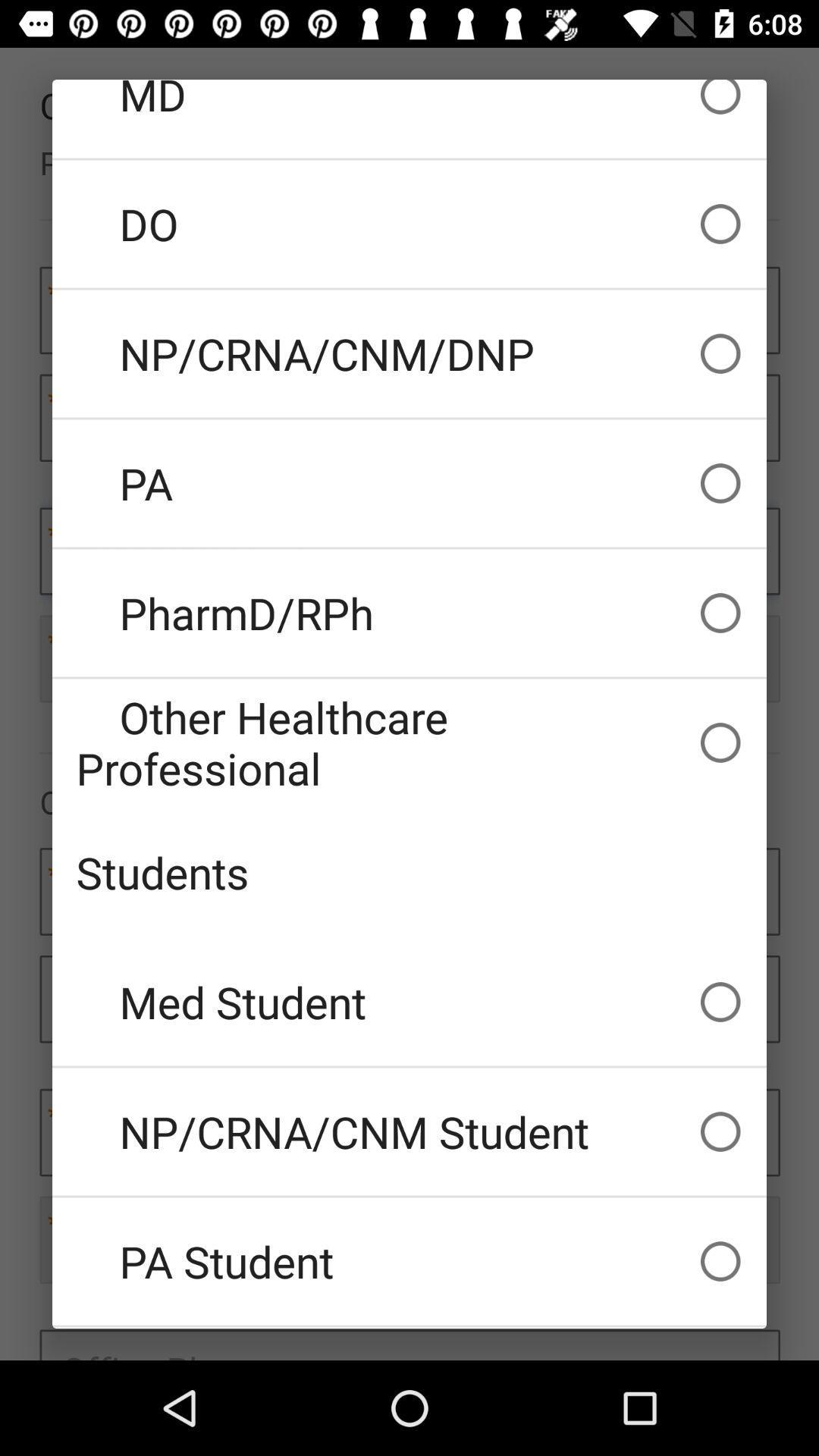 Image resolution: width=819 pixels, height=1456 pixels. I want to click on the     pharmd/rph icon, so click(409, 613).